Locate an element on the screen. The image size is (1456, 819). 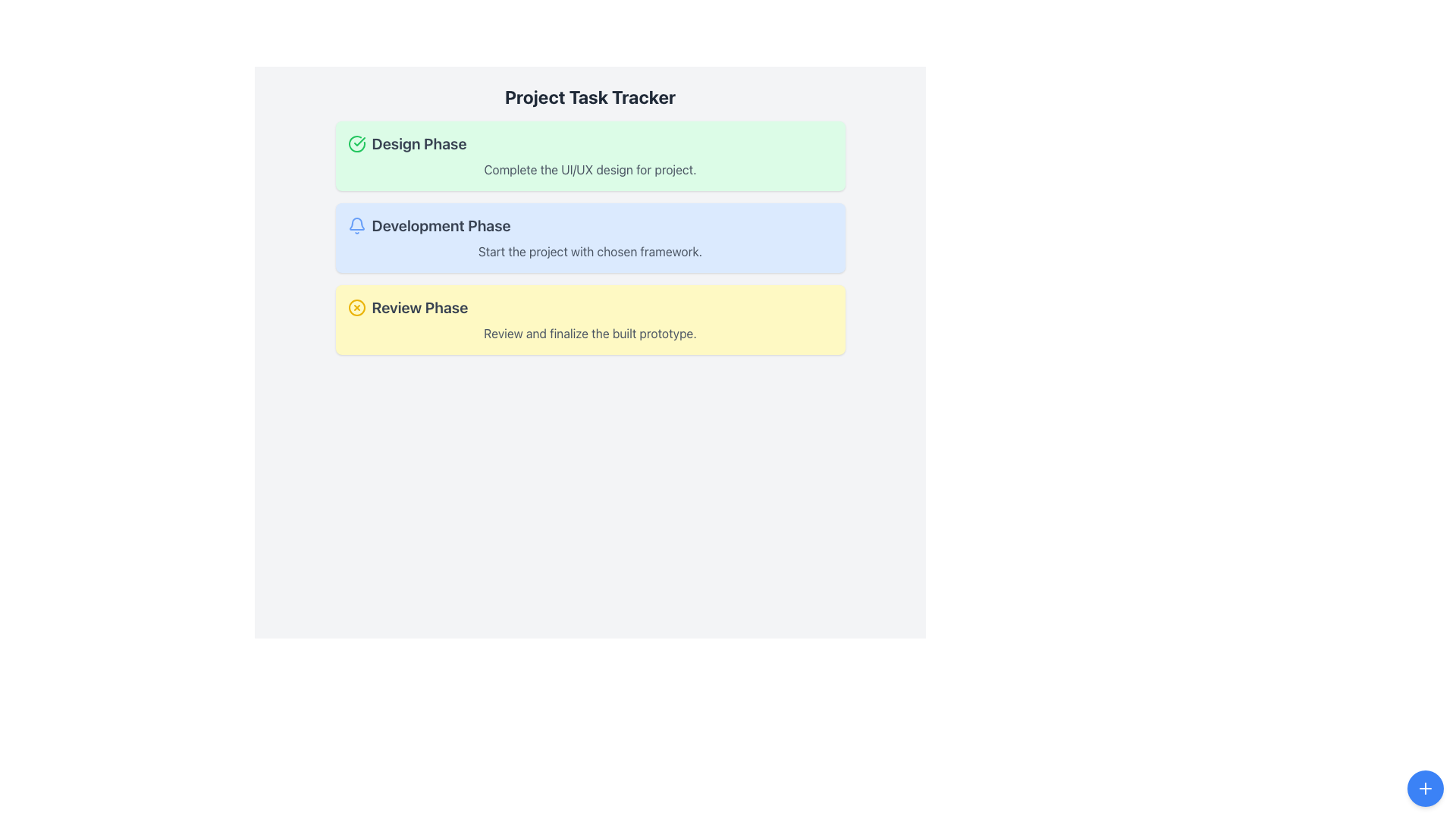
information from the 'Review Phase' Informational Card, which is the third card in the Project Task Tracker panel is located at coordinates (589, 318).